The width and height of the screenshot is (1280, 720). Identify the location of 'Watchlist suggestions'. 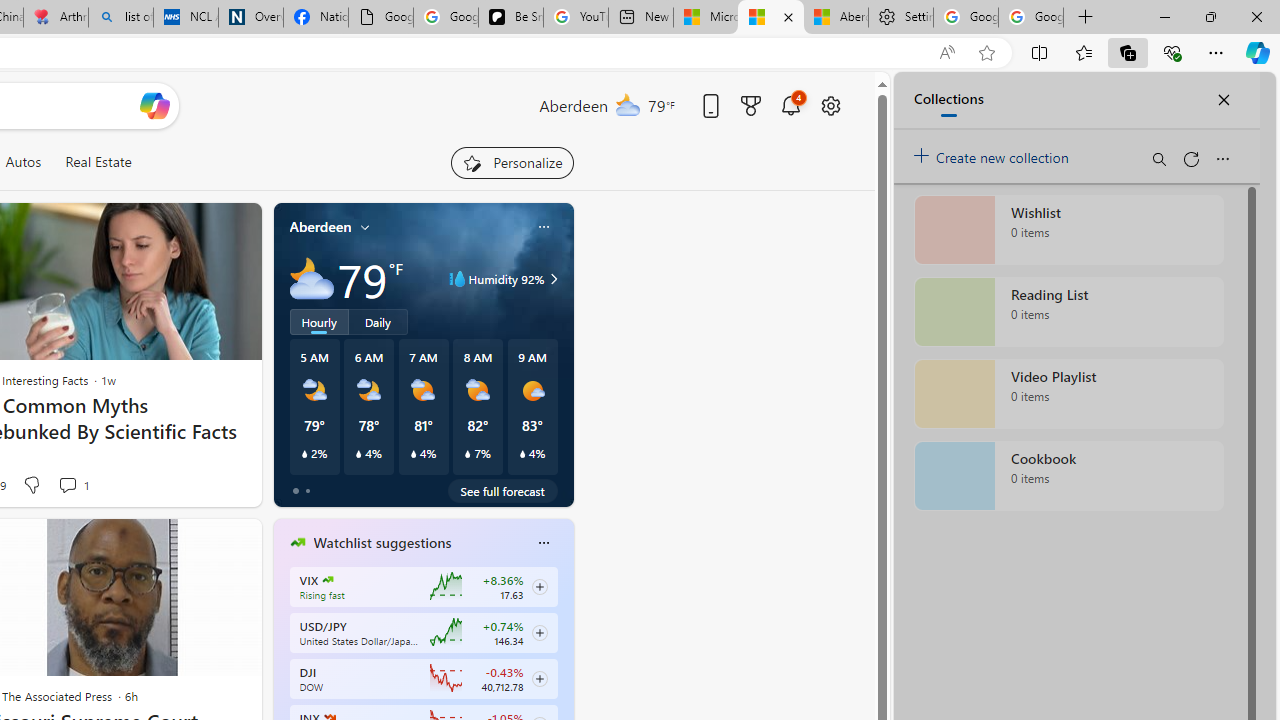
(382, 543).